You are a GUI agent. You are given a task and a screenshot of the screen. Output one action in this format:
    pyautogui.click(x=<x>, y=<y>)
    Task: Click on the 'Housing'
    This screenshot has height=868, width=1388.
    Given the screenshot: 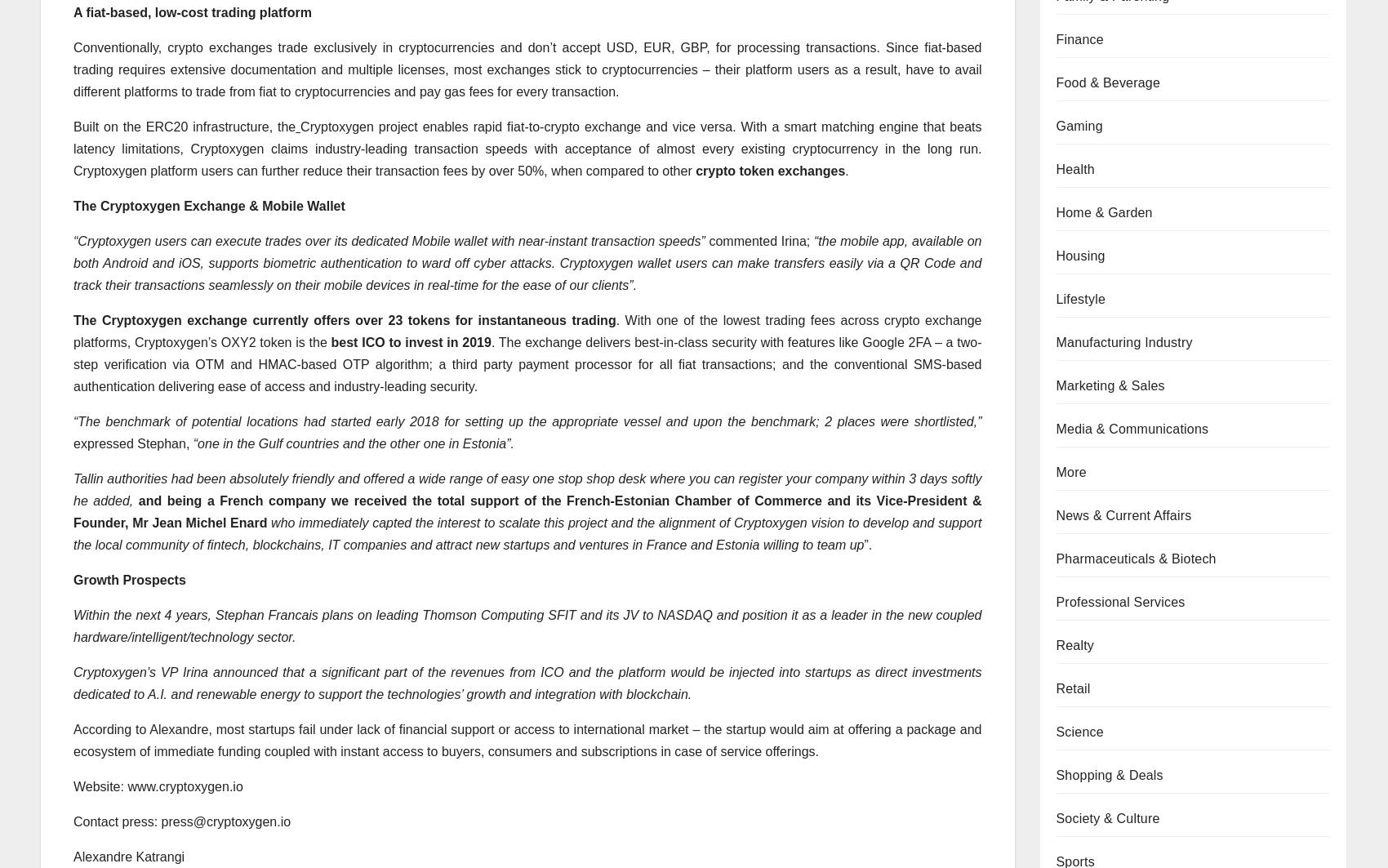 What is the action you would take?
    pyautogui.click(x=1079, y=255)
    